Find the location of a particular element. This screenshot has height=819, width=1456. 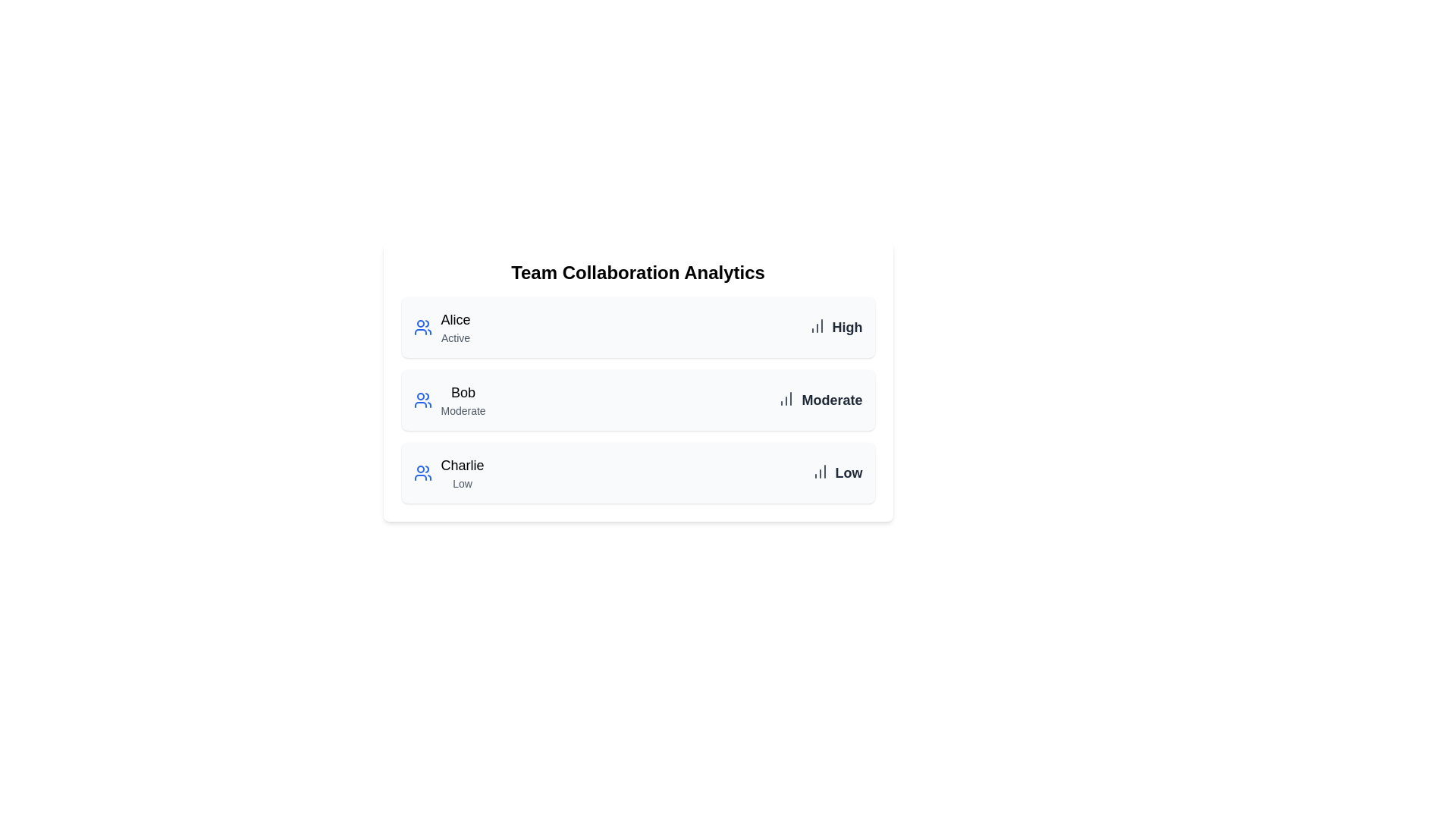

the task count text for Alice is located at coordinates (834, 327).